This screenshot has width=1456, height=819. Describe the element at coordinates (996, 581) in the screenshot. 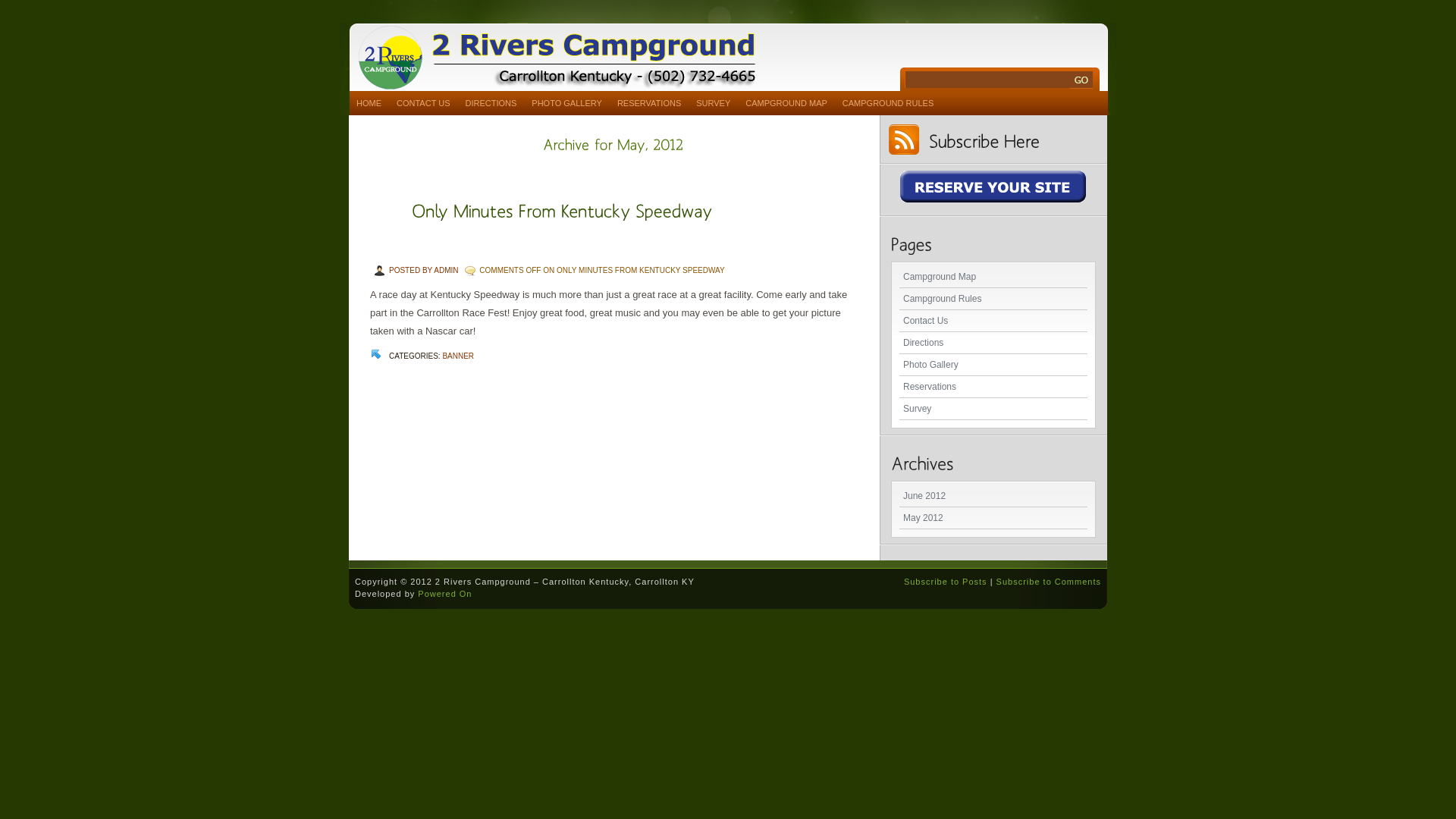

I see `'Subscribe to Comments'` at that location.